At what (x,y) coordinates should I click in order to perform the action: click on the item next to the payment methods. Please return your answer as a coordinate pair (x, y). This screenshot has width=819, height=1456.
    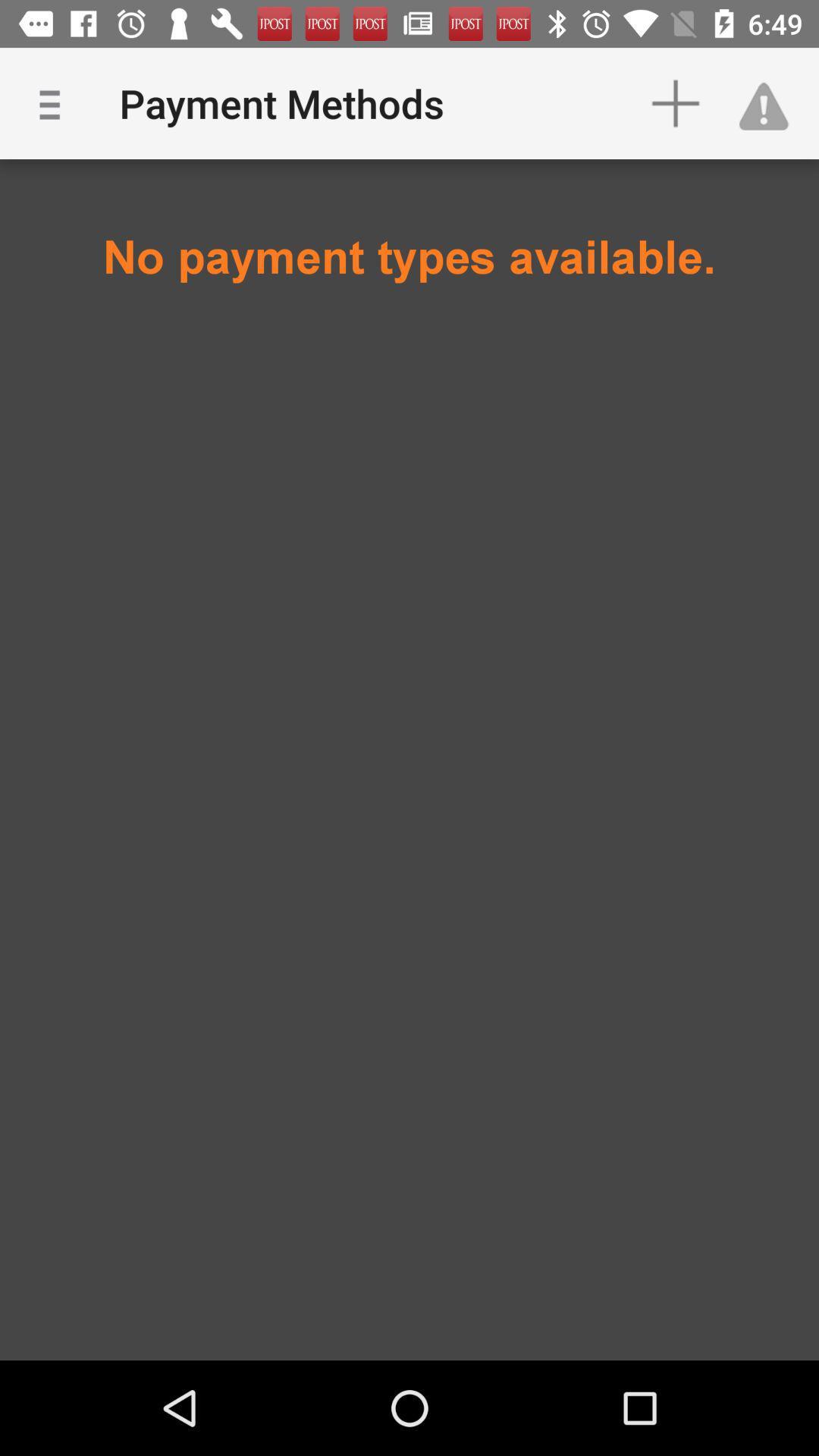
    Looking at the image, I should click on (675, 102).